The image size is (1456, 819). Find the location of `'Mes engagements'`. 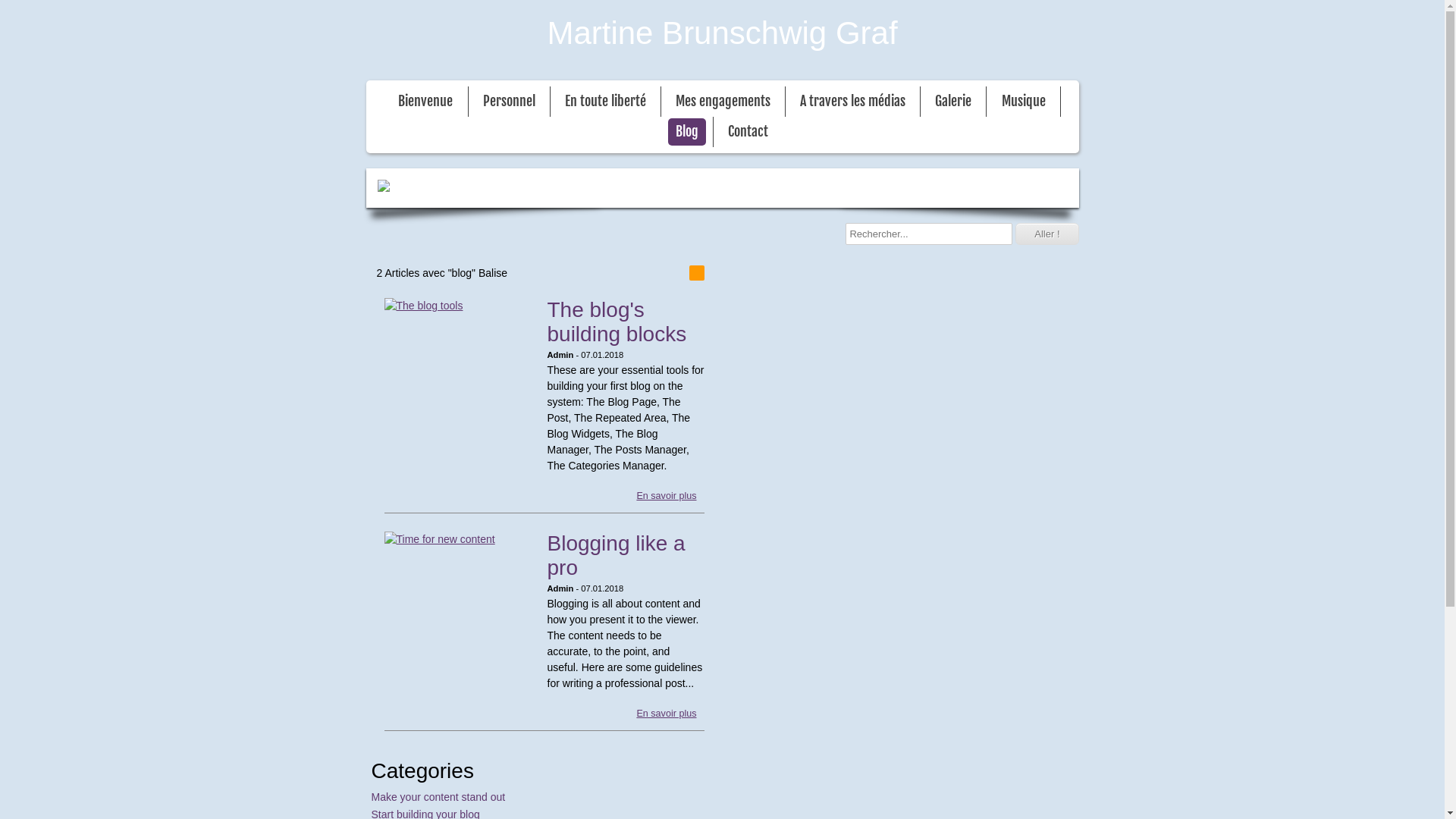

'Mes engagements' is located at coordinates (667, 102).